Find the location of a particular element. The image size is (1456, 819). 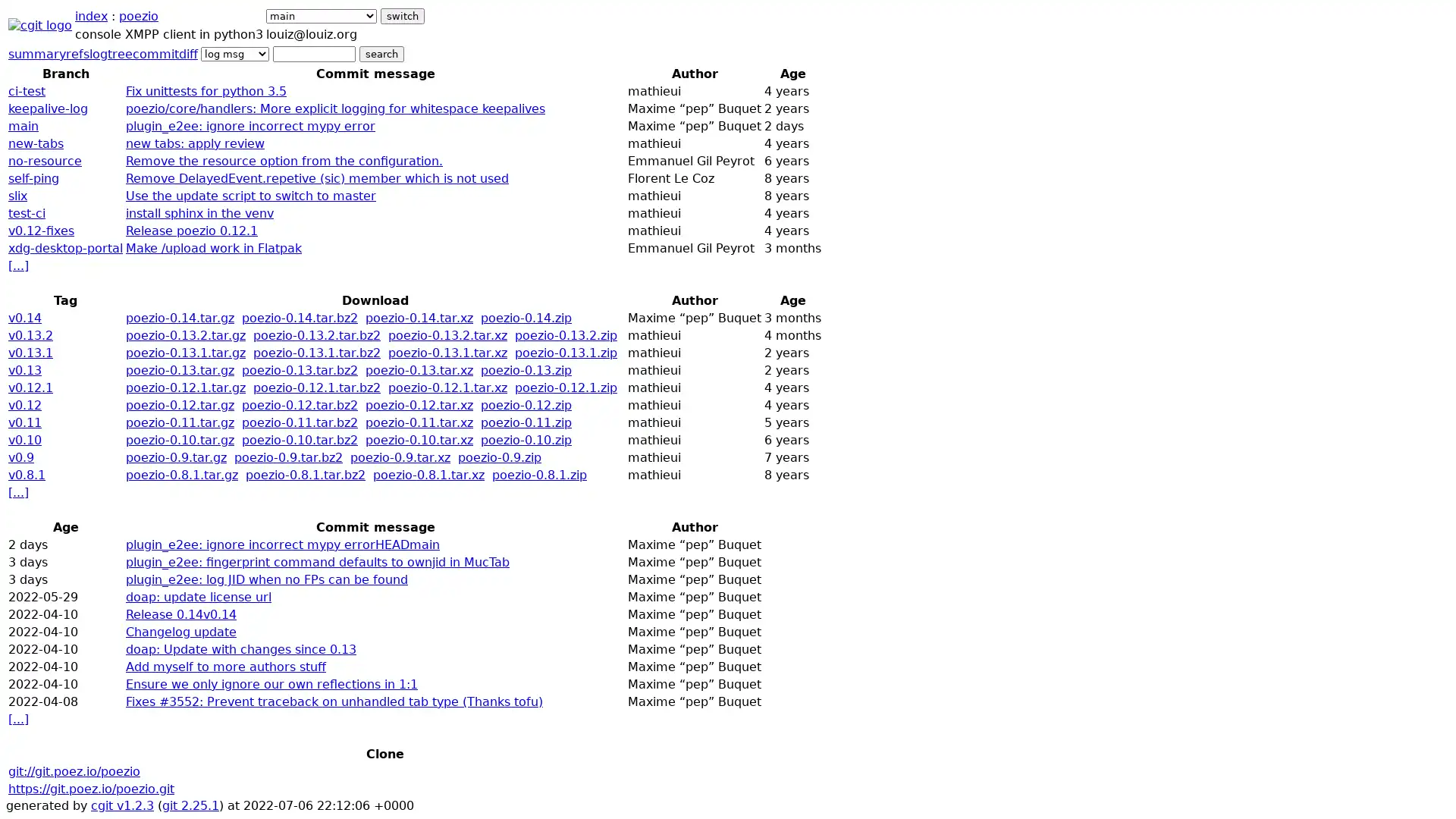

switch is located at coordinates (403, 16).